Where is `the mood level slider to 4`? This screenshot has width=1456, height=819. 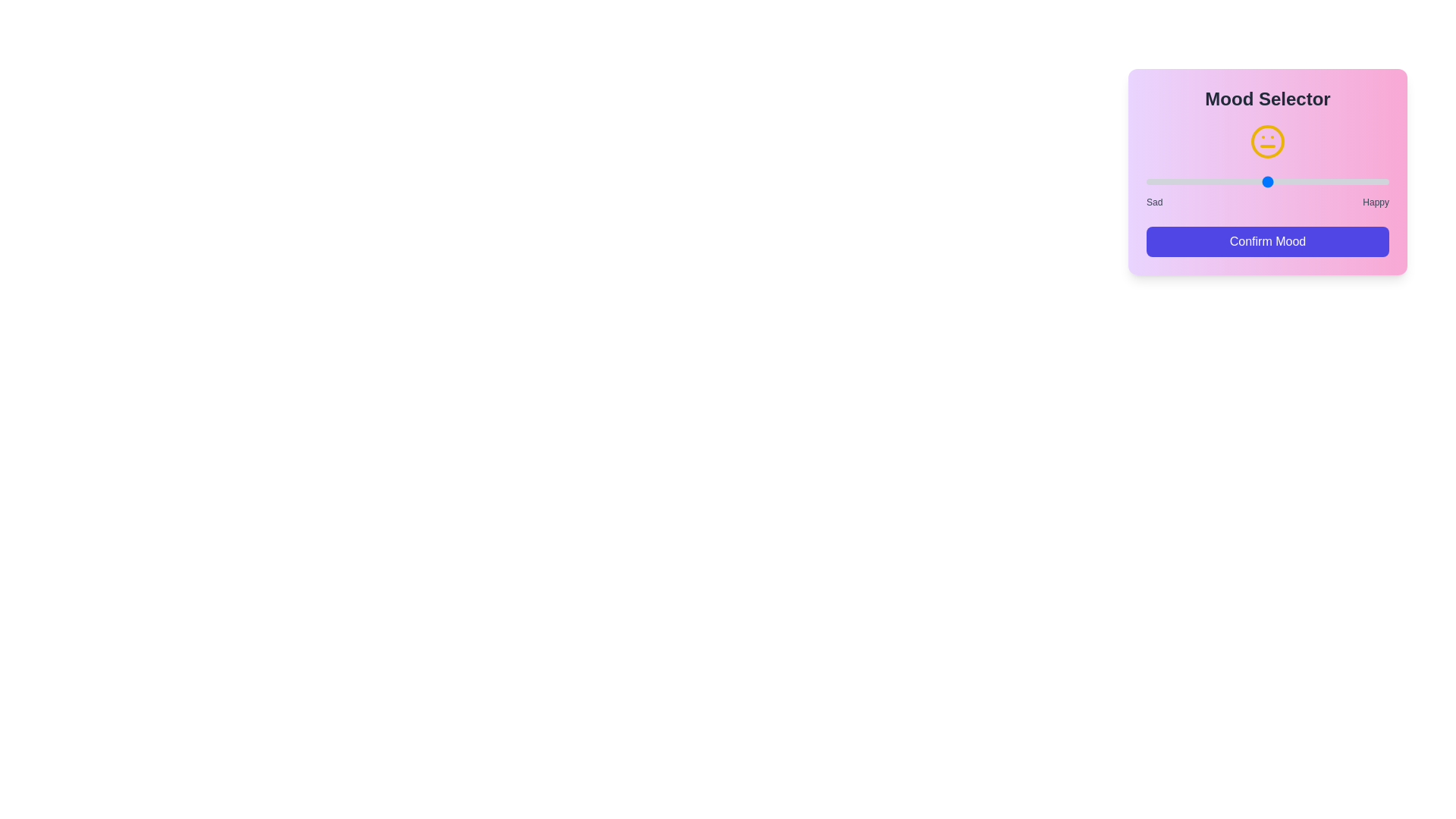 the mood level slider to 4 is located at coordinates (1328, 180).